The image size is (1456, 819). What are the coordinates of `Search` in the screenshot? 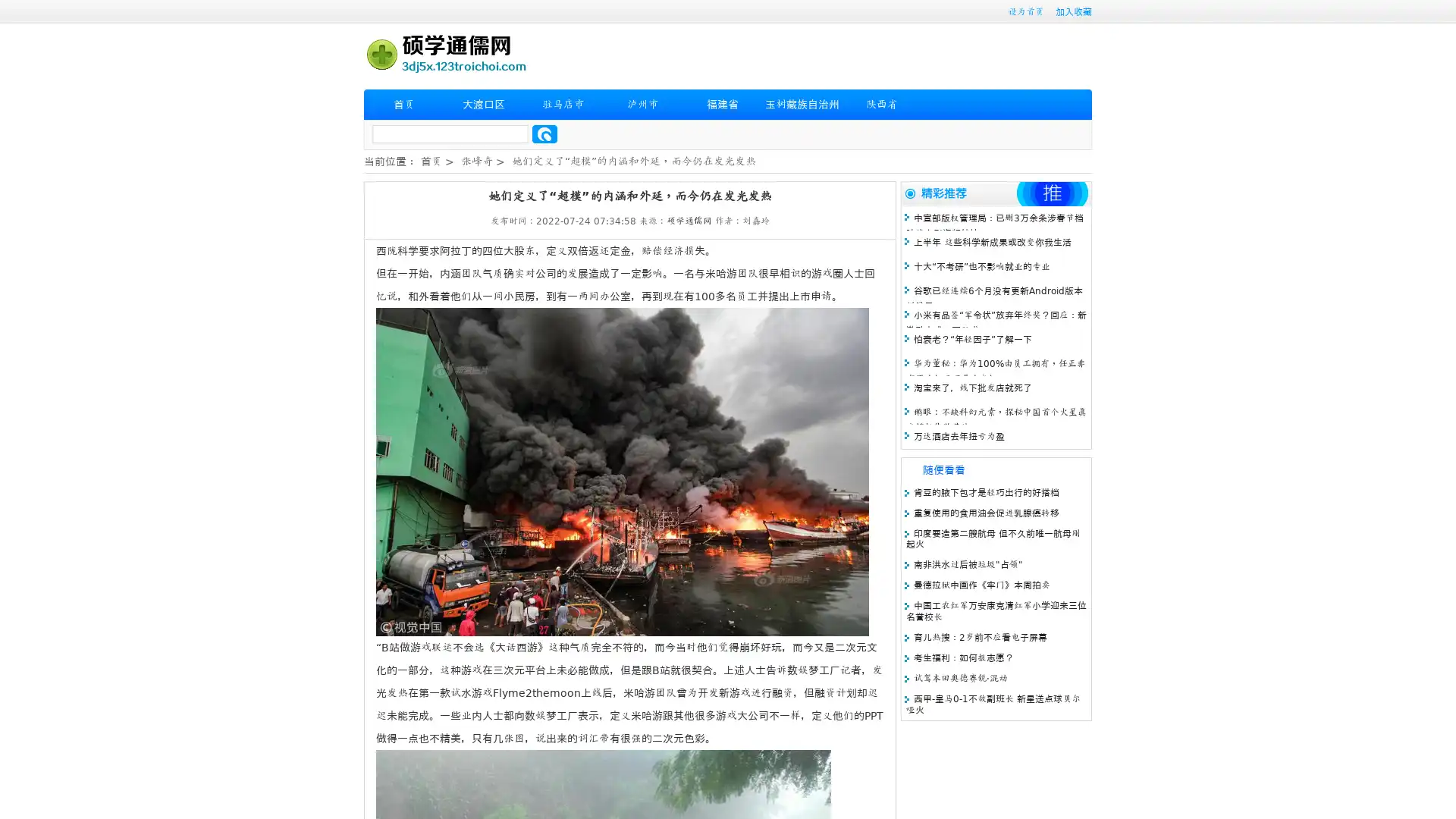 It's located at (544, 133).